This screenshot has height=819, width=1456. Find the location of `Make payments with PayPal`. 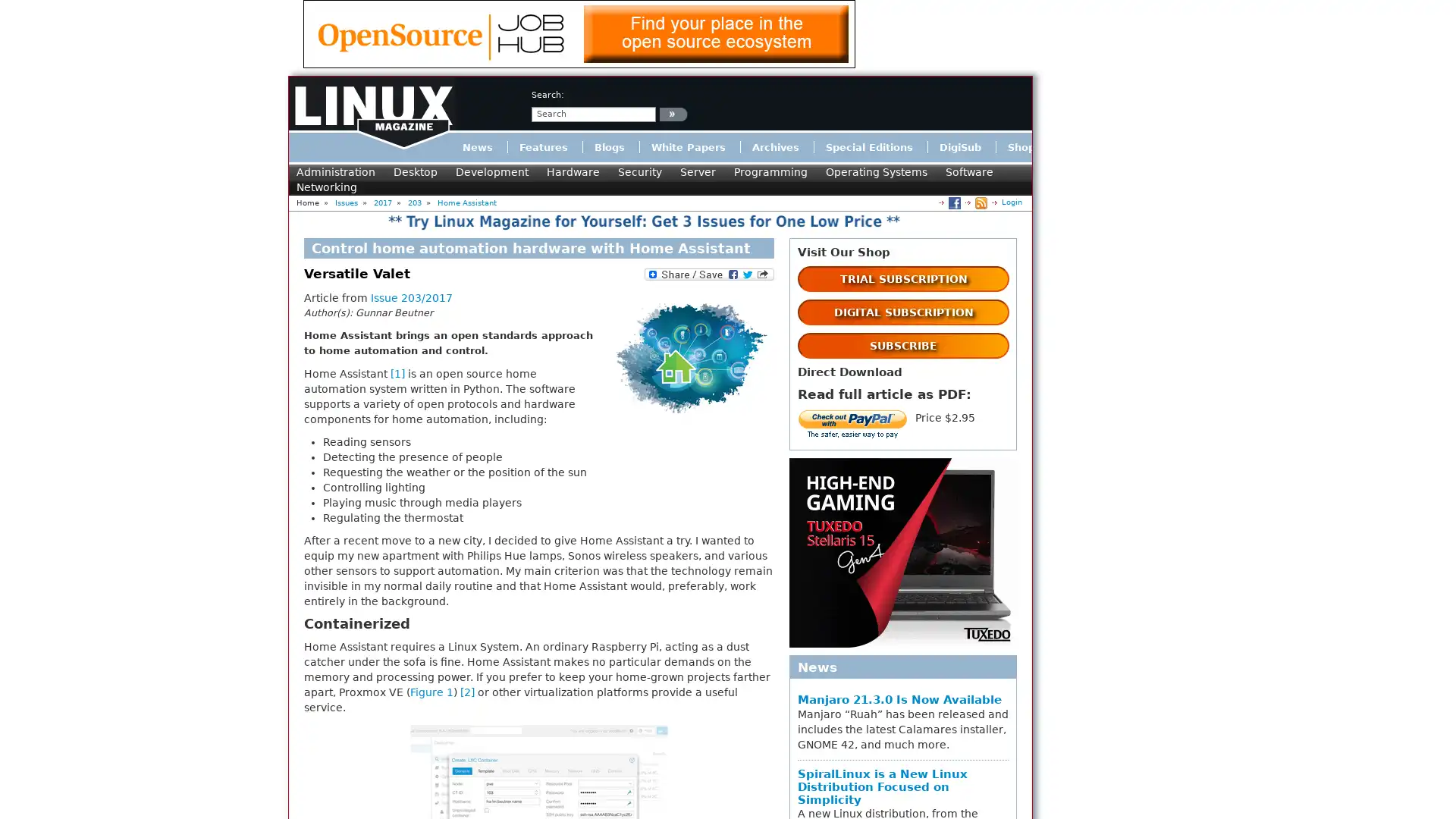

Make payments with PayPal is located at coordinates (852, 425).